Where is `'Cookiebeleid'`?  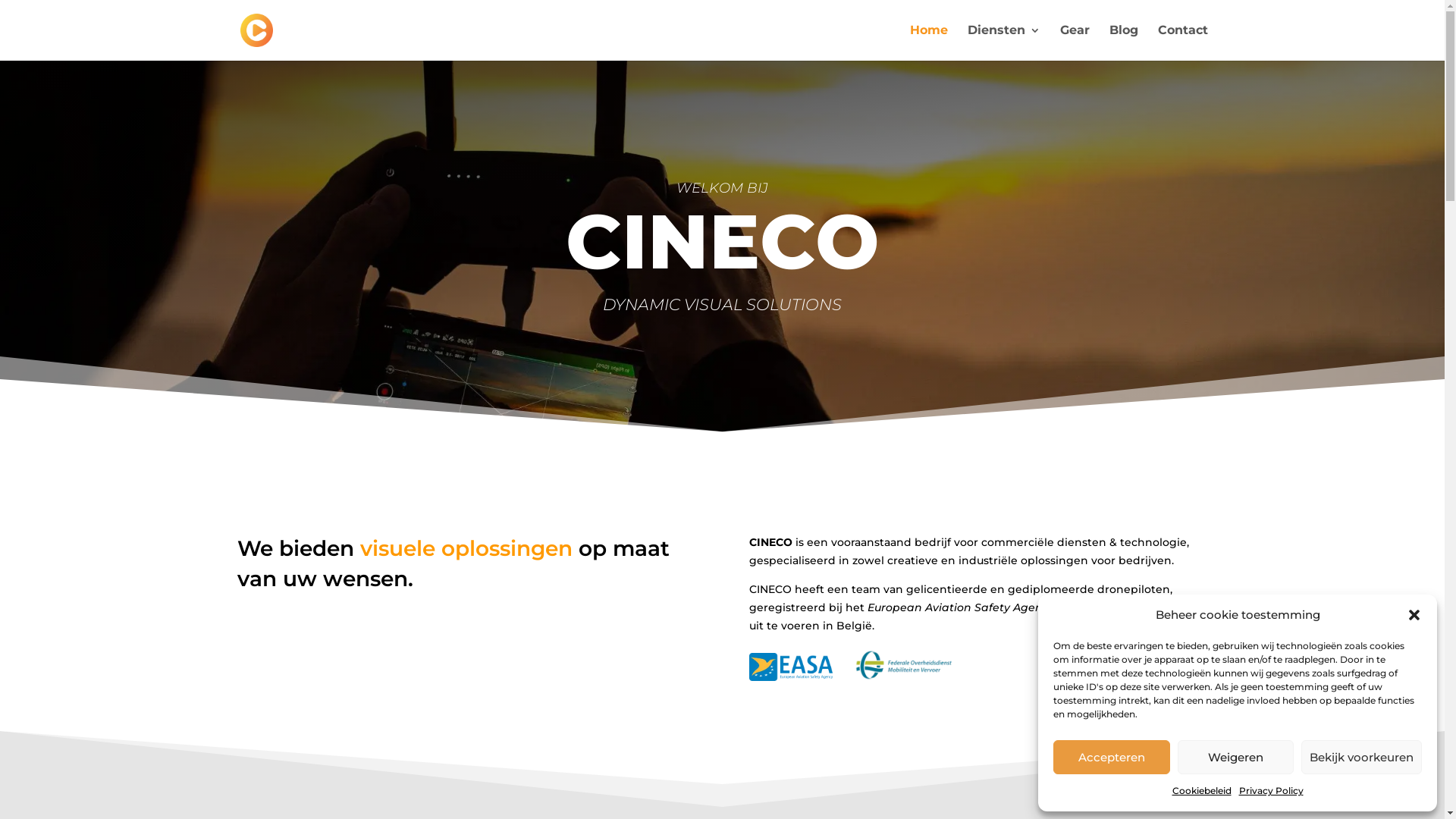
'Cookiebeleid' is located at coordinates (1200, 789).